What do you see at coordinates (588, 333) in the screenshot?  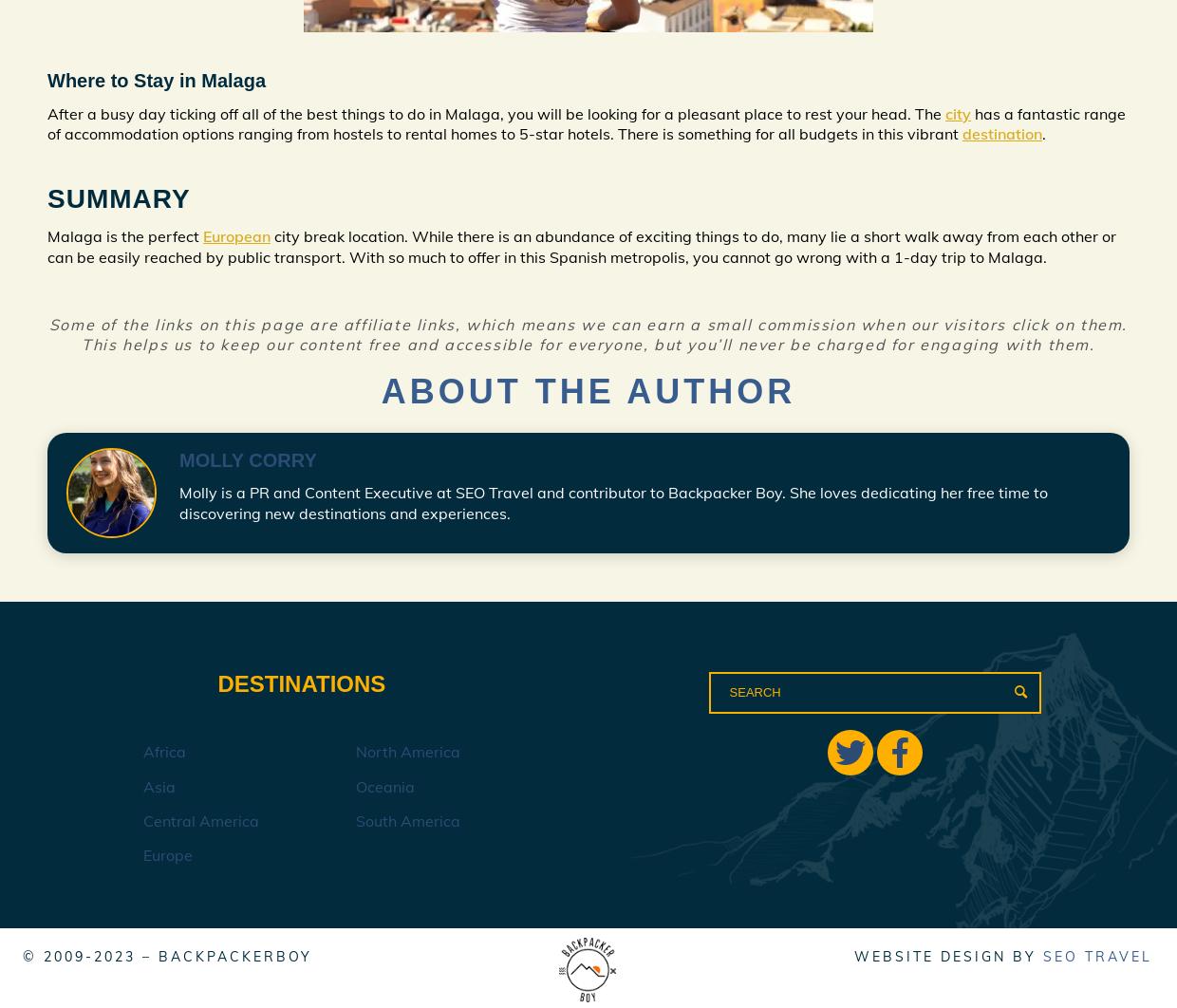 I see `'Some of the links on this page are affiliate links, which means we can earn a small commission when our visitors click on them. This helps us to keep our content free and accessible for everyone, but you’ll never be charged for engaging with them.'` at bounding box center [588, 333].